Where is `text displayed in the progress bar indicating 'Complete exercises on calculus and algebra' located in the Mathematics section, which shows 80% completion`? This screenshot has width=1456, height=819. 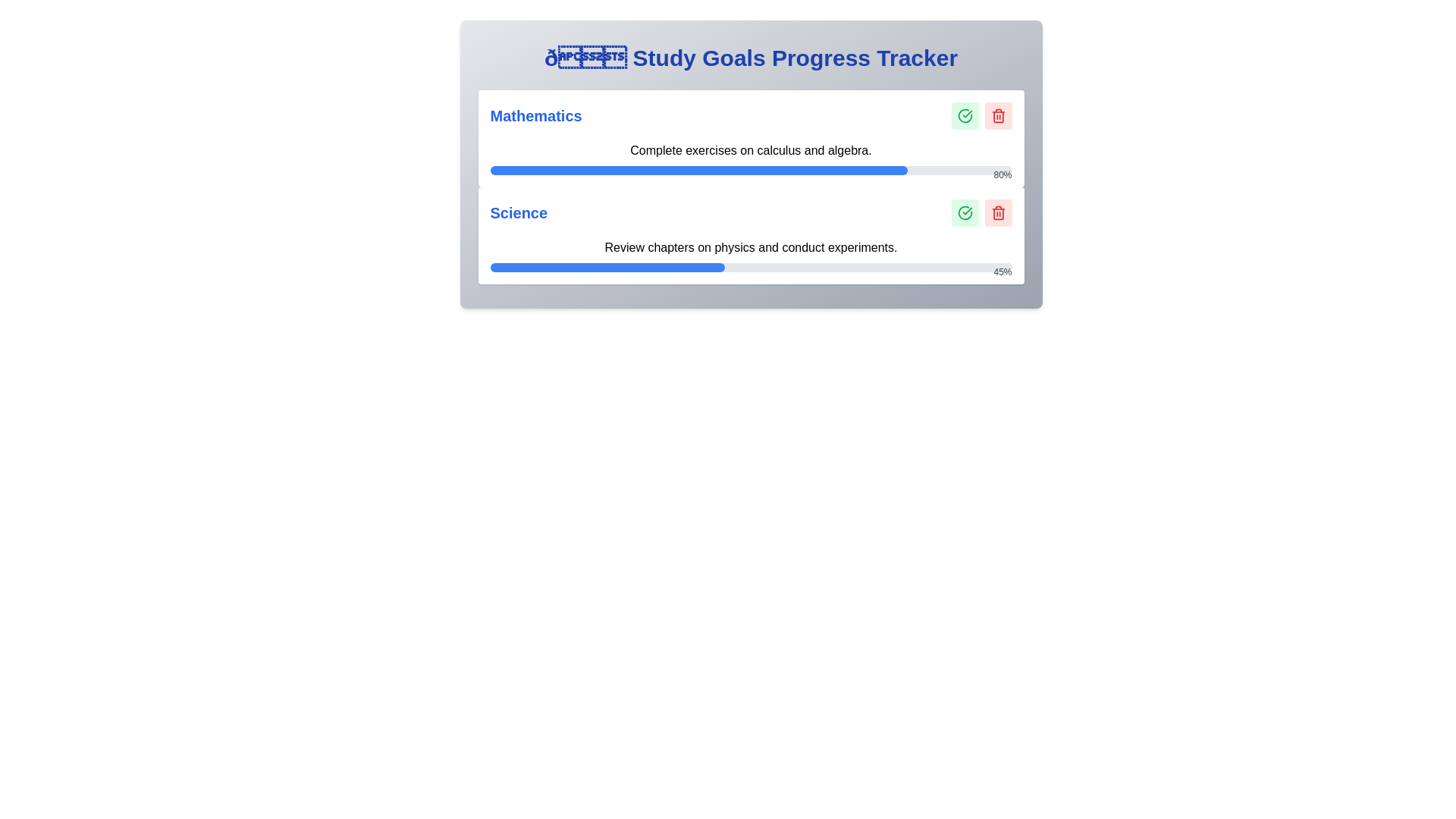
text displayed in the progress bar indicating 'Complete exercises on calculus and algebra' located in the Mathematics section, which shows 80% completion is located at coordinates (751, 158).